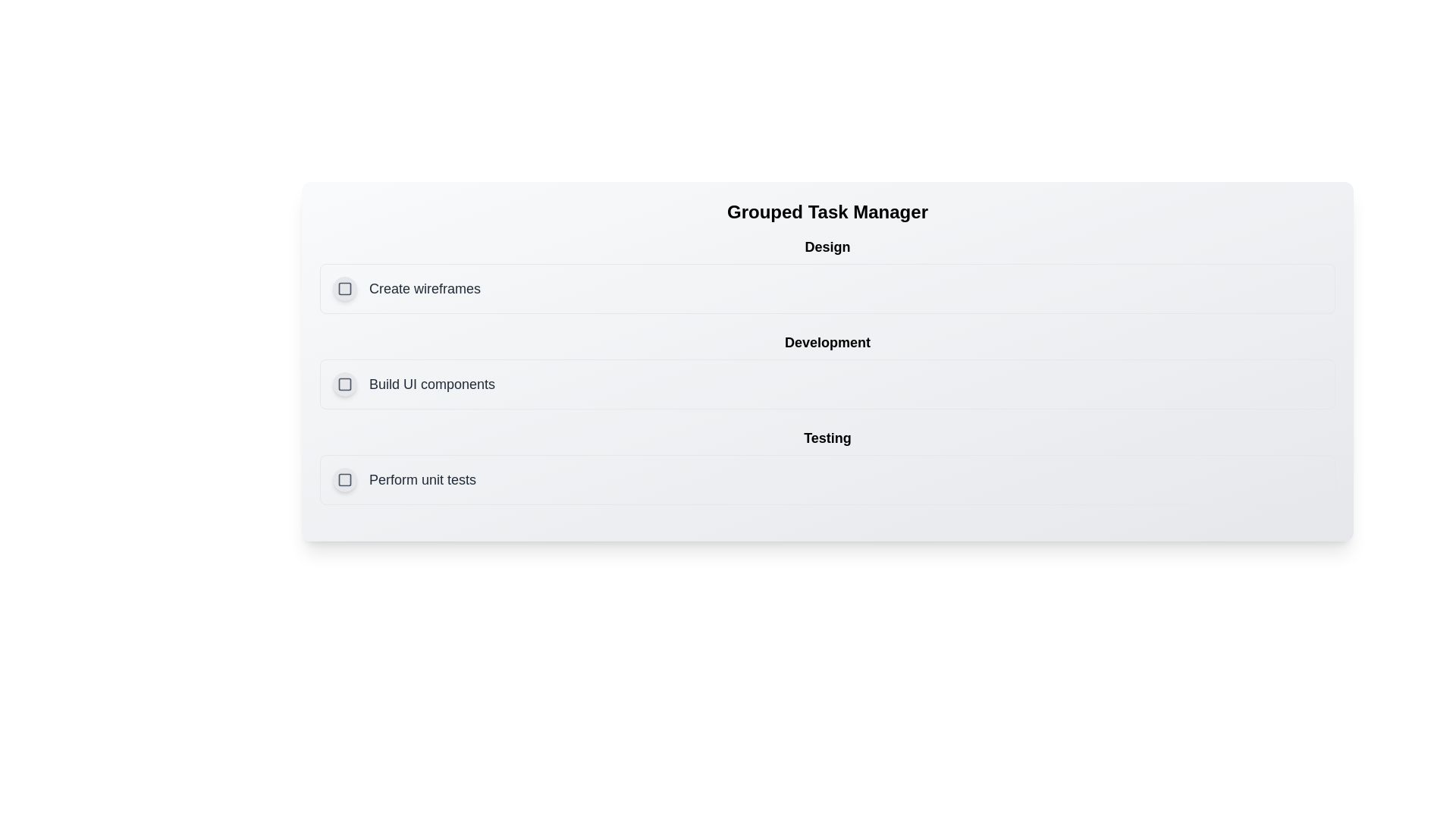 The height and width of the screenshot is (819, 1456). What do you see at coordinates (827, 342) in the screenshot?
I see `the text heading 'Development', which is displayed in bold and larger font, positioned centrally above the subheading 'Build UI components'` at bounding box center [827, 342].